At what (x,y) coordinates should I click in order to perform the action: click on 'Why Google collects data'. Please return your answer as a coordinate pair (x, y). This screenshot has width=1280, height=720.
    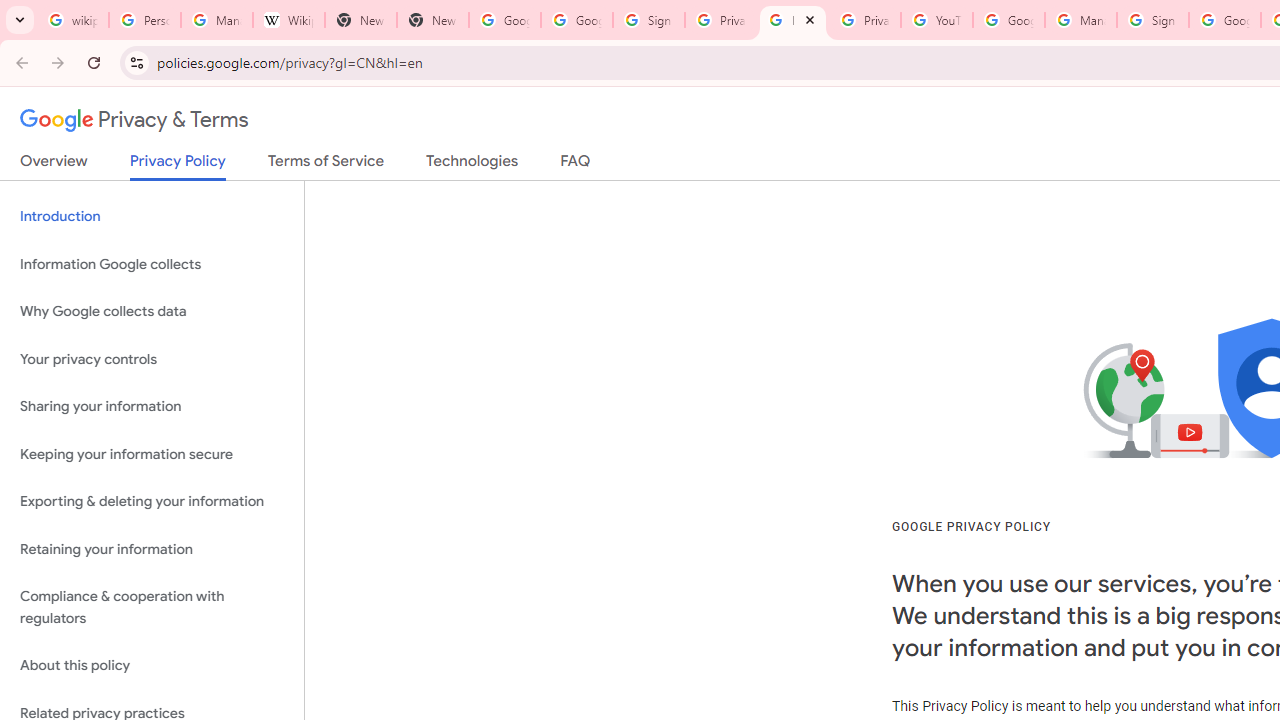
    Looking at the image, I should click on (151, 312).